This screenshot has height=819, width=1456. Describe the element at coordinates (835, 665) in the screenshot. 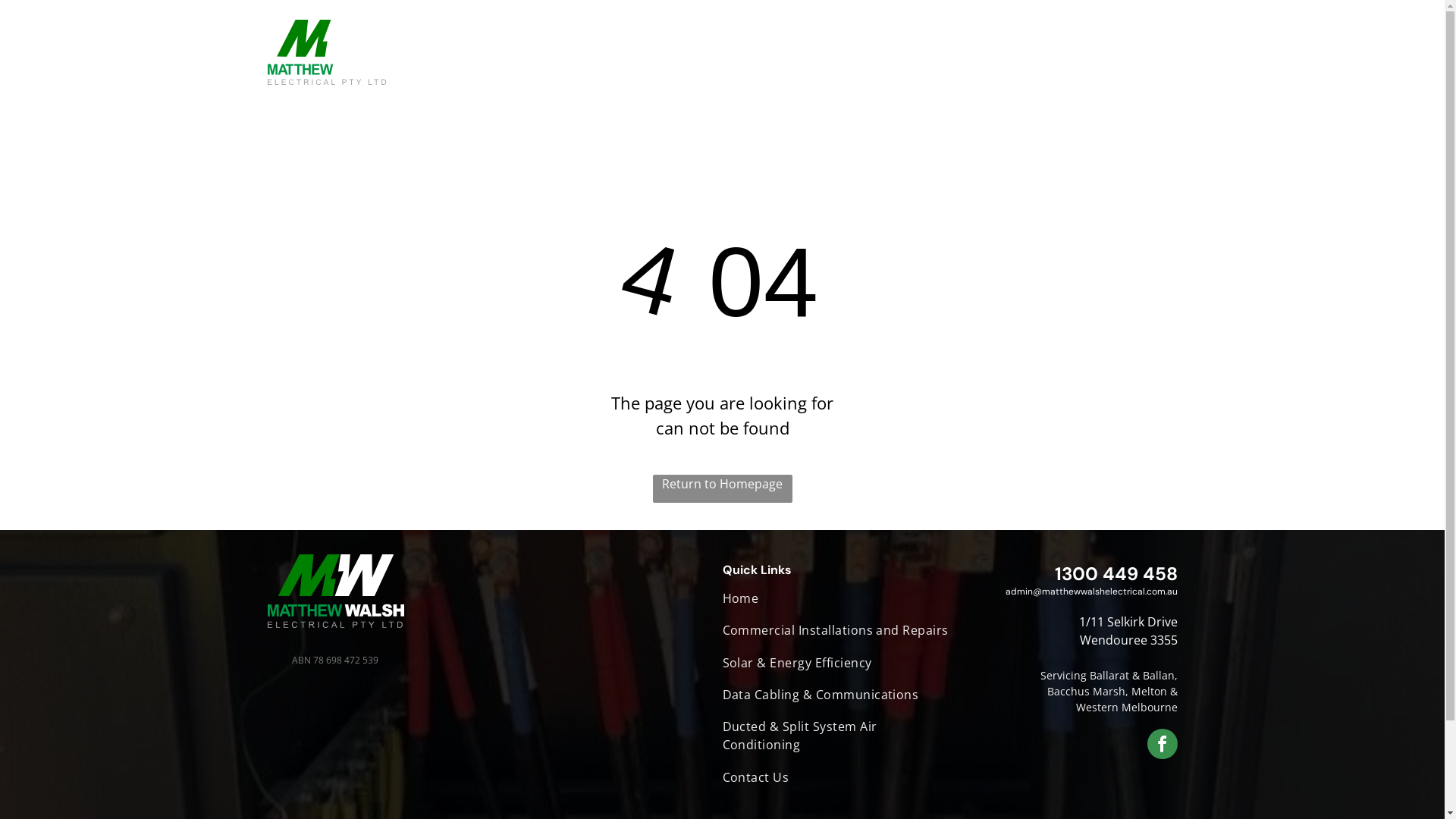

I see `'Solar & Energy Efficiency'` at that location.